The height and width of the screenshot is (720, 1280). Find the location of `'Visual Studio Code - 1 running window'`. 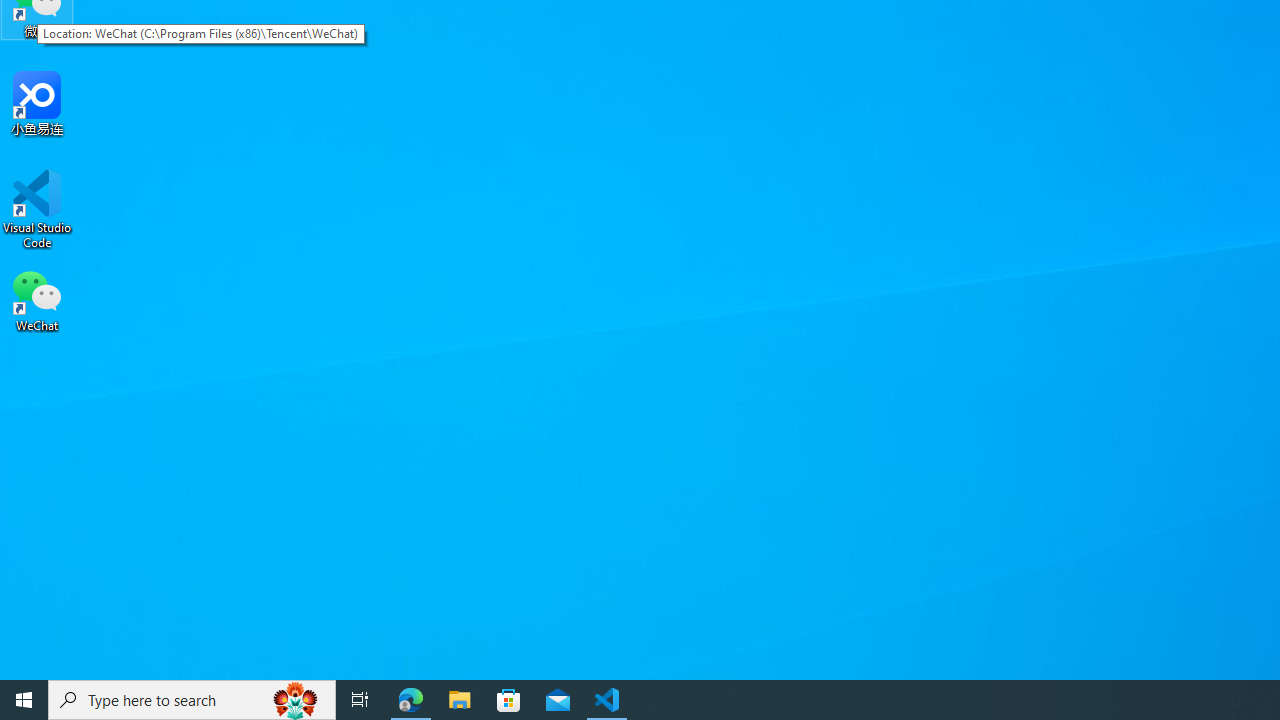

'Visual Studio Code - 1 running window' is located at coordinates (606, 698).